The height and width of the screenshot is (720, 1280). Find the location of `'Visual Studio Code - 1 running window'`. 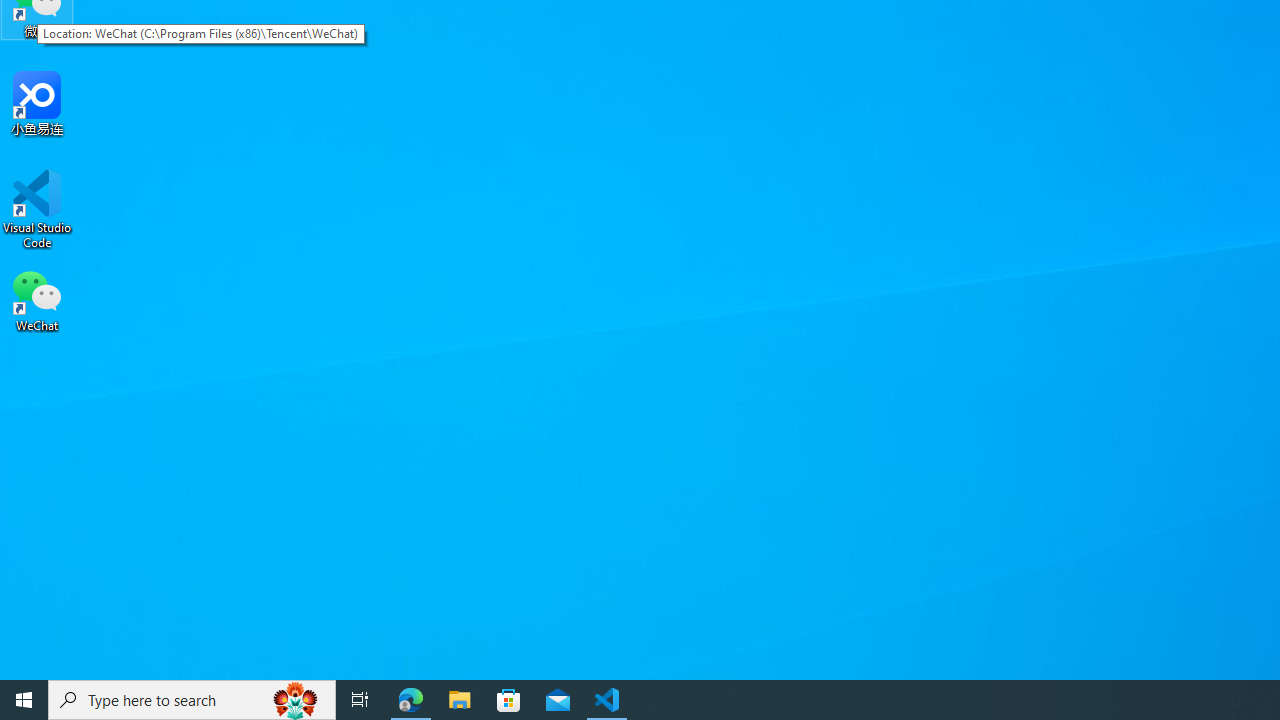

'Visual Studio Code - 1 running window' is located at coordinates (606, 698).